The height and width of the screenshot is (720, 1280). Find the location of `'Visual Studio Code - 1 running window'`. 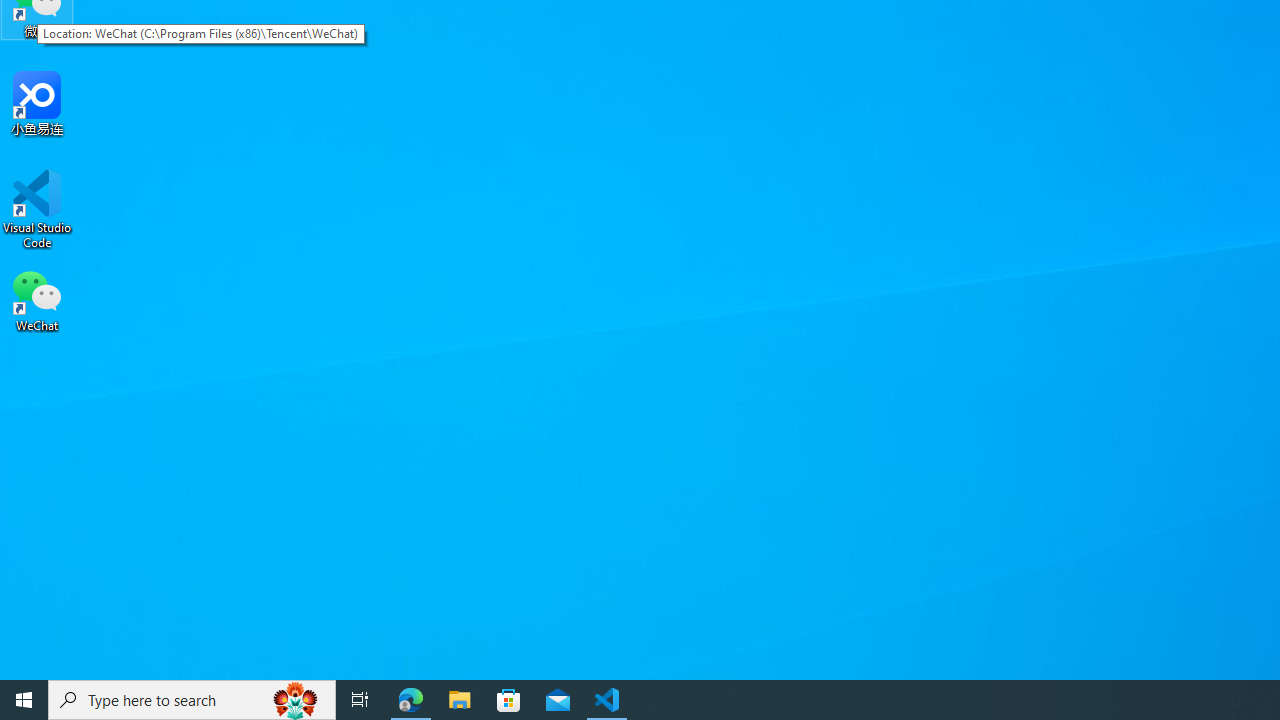

'Visual Studio Code - 1 running window' is located at coordinates (606, 698).